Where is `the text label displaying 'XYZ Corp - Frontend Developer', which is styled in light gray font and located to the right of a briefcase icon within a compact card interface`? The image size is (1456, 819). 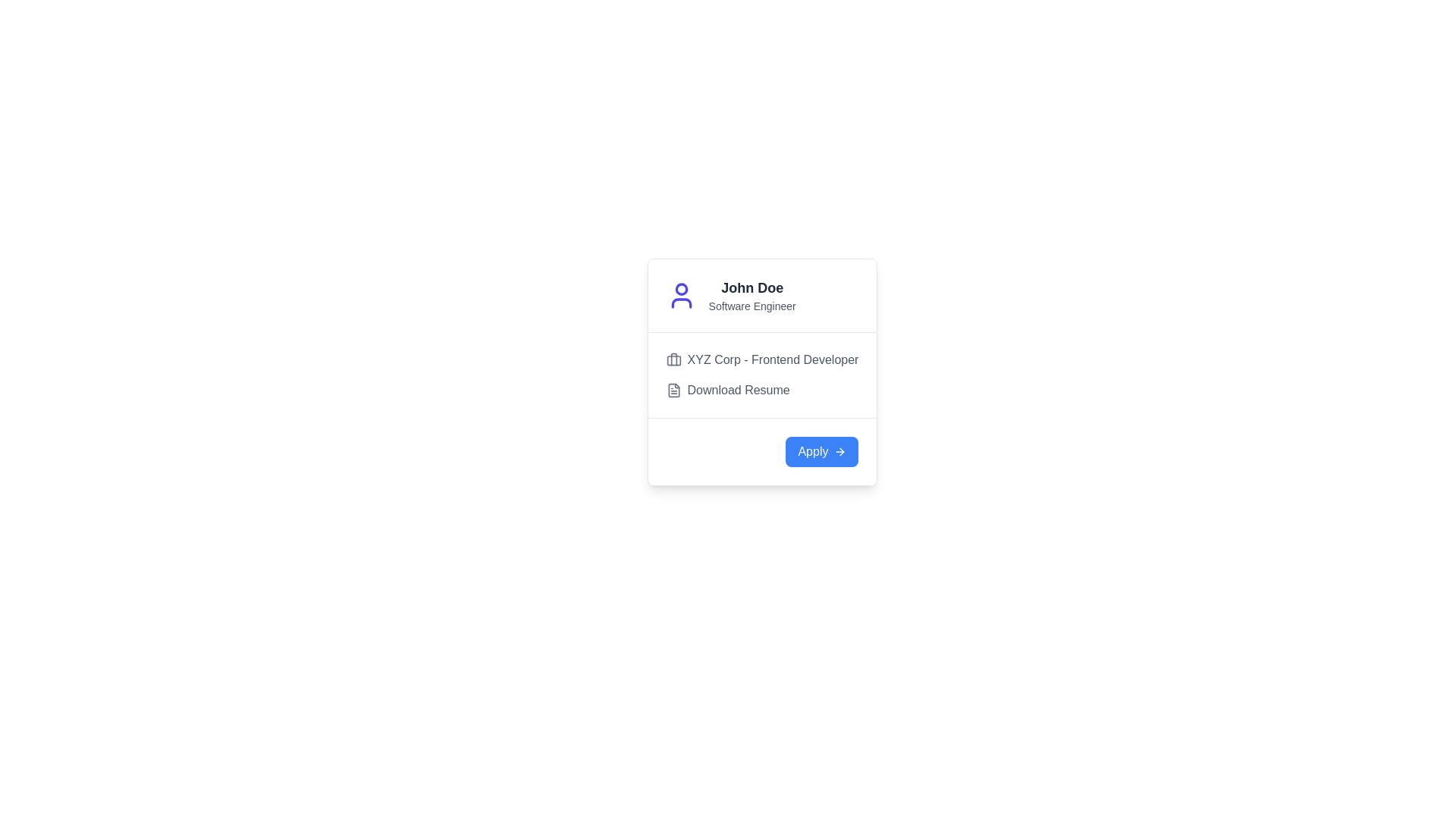
the text label displaying 'XYZ Corp - Frontend Developer', which is styled in light gray font and located to the right of a briefcase icon within a compact card interface is located at coordinates (773, 359).